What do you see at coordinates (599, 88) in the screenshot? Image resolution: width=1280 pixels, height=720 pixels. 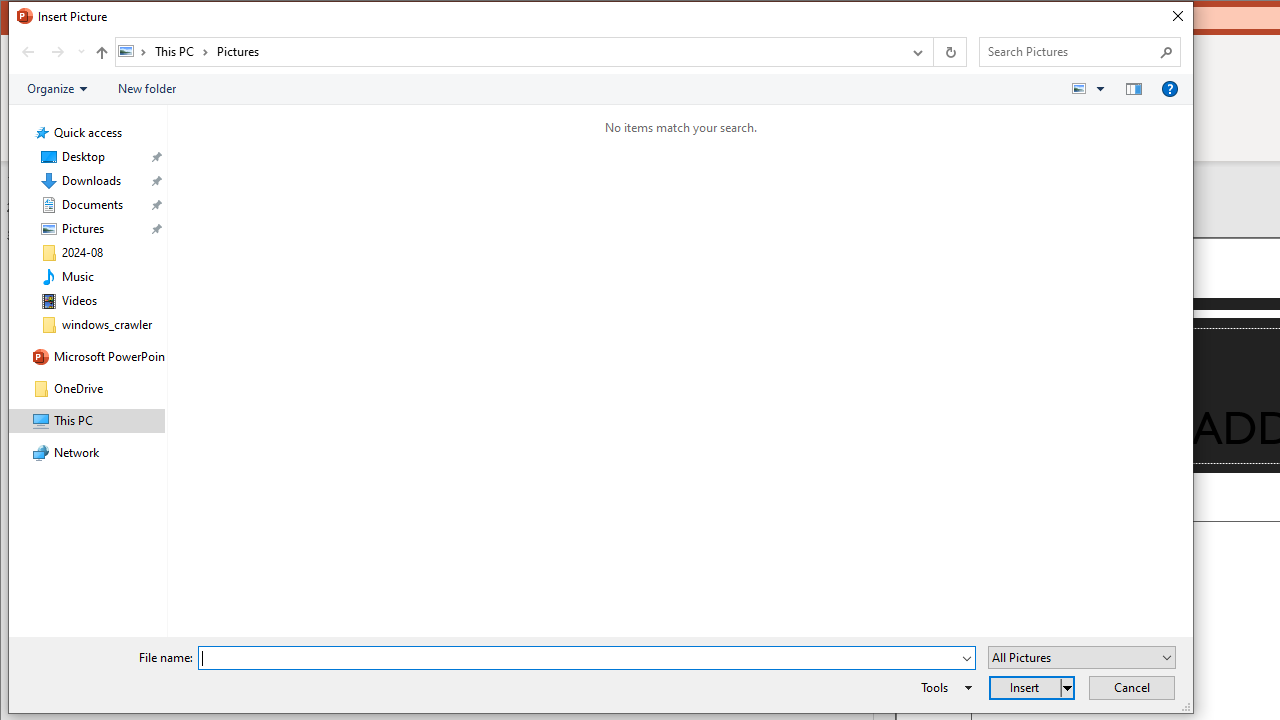 I see `'Command Module'` at bounding box center [599, 88].